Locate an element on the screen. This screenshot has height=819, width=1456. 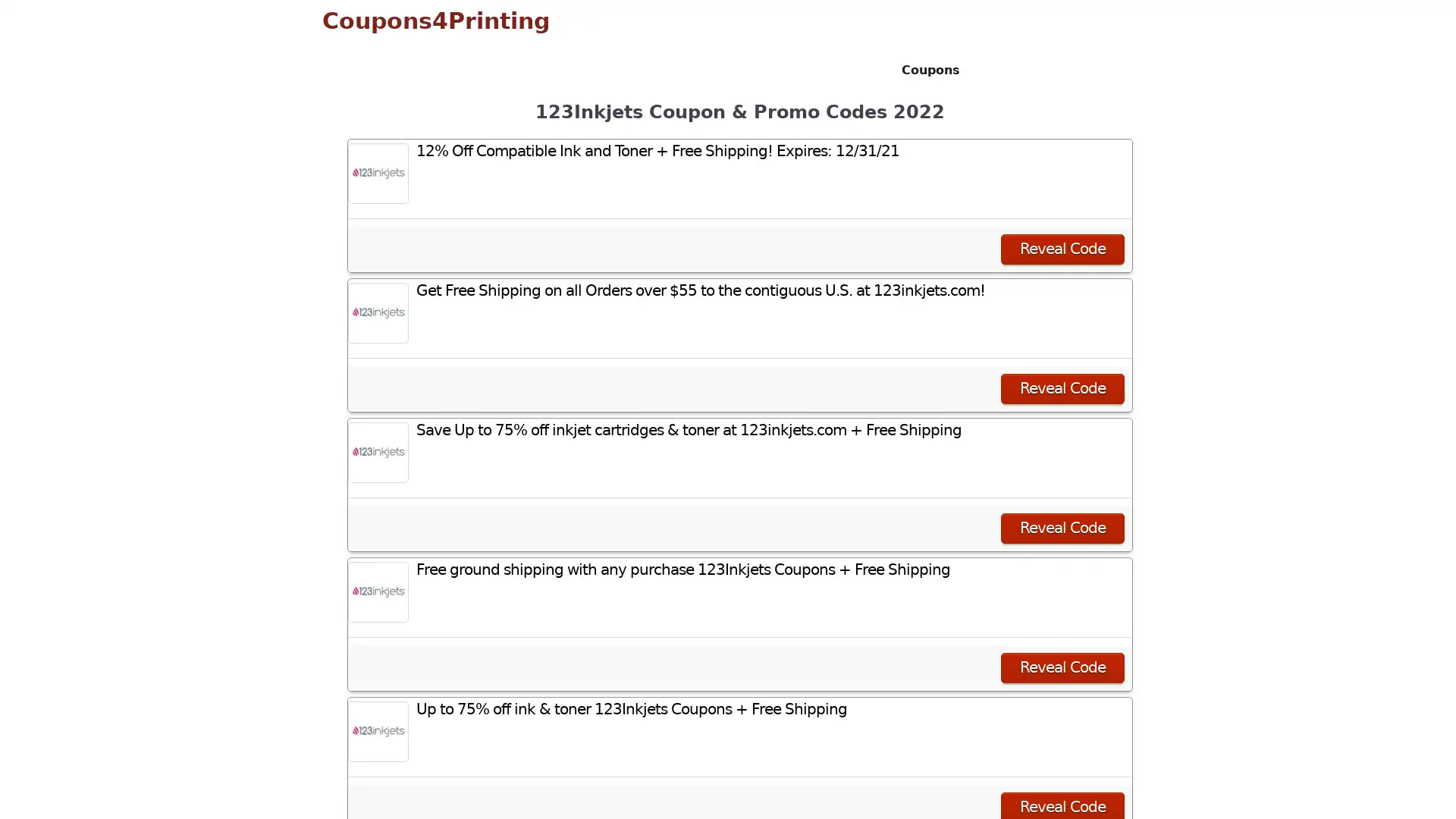
Reveal Code is located at coordinates (1062, 388).